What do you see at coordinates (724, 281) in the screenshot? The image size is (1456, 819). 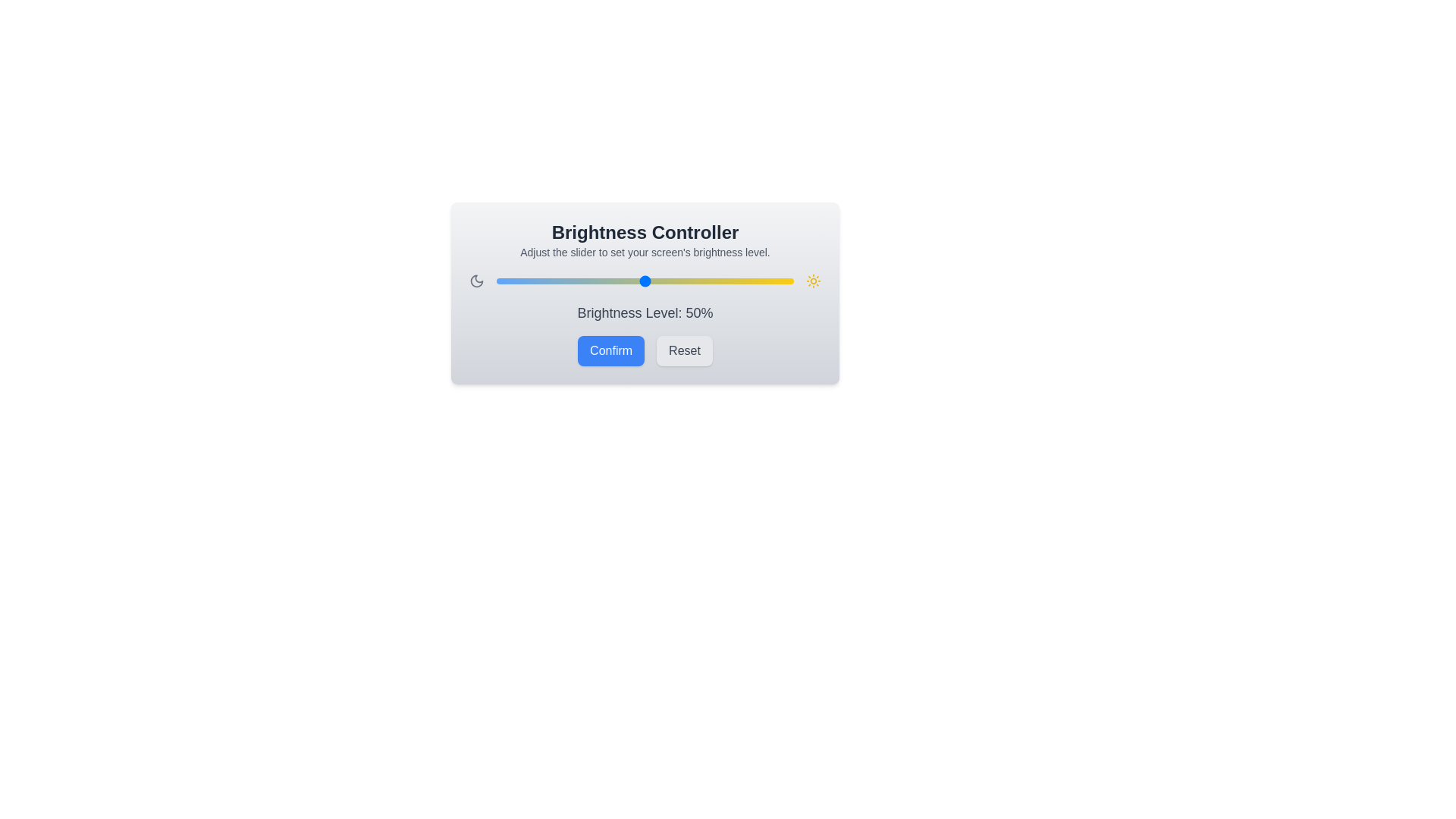 I see `the brightness slider to set the brightness level to 77%` at bounding box center [724, 281].